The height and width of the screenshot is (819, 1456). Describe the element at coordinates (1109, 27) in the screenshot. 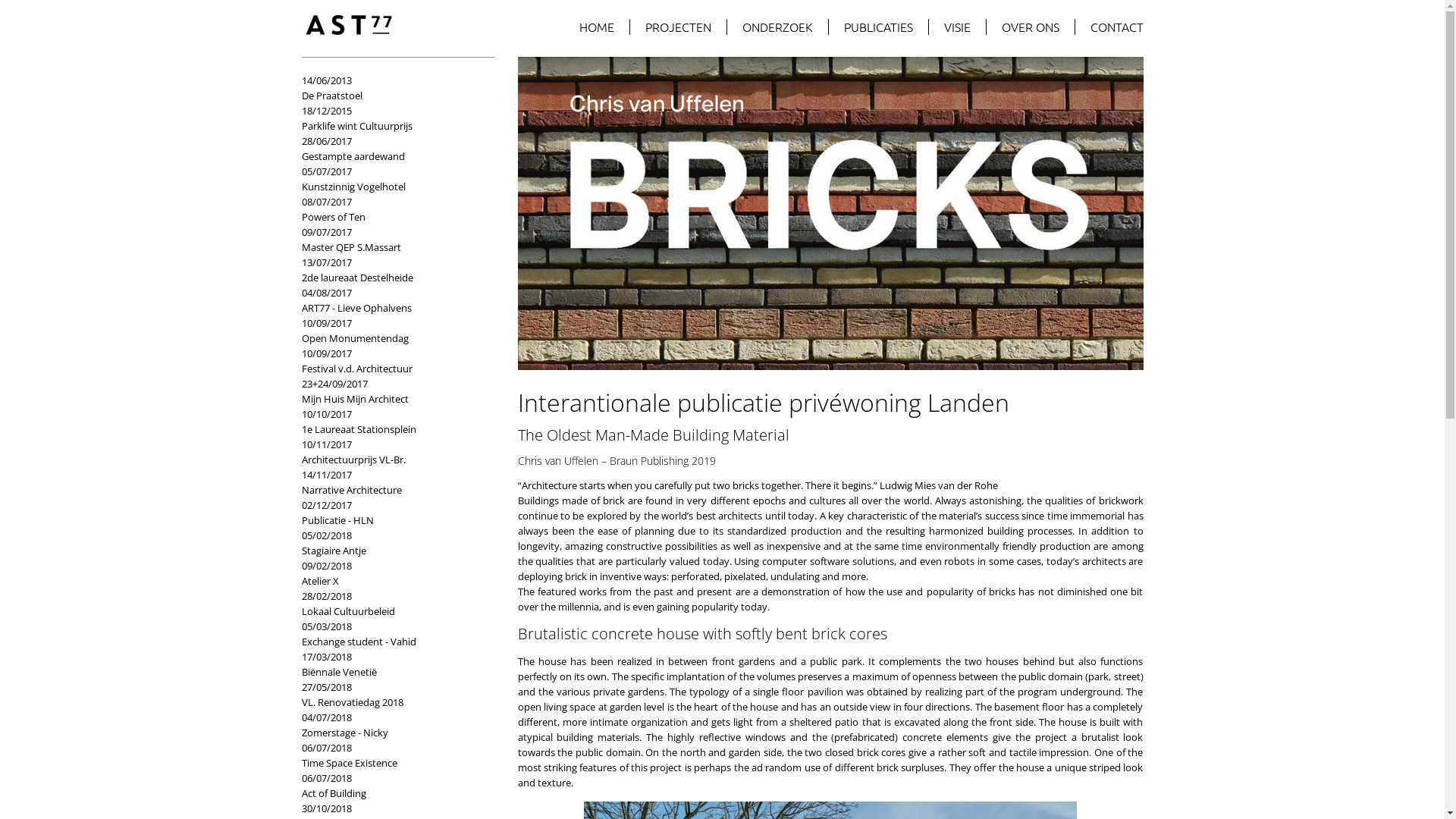

I see `'CONTACT'` at that location.